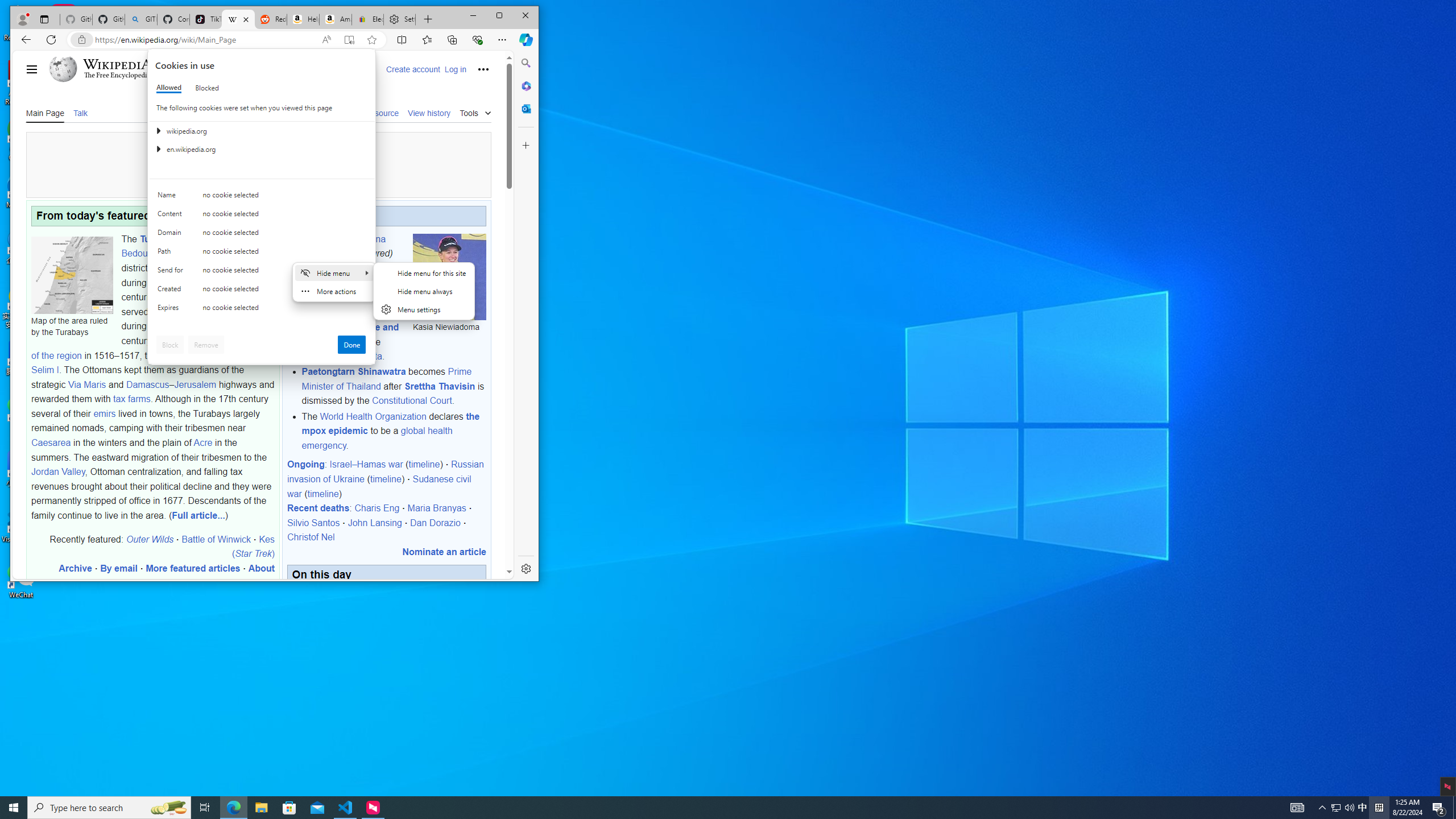 This screenshot has width=1456, height=819. Describe the element at coordinates (289, 806) in the screenshot. I see `'Microsoft Store'` at that location.